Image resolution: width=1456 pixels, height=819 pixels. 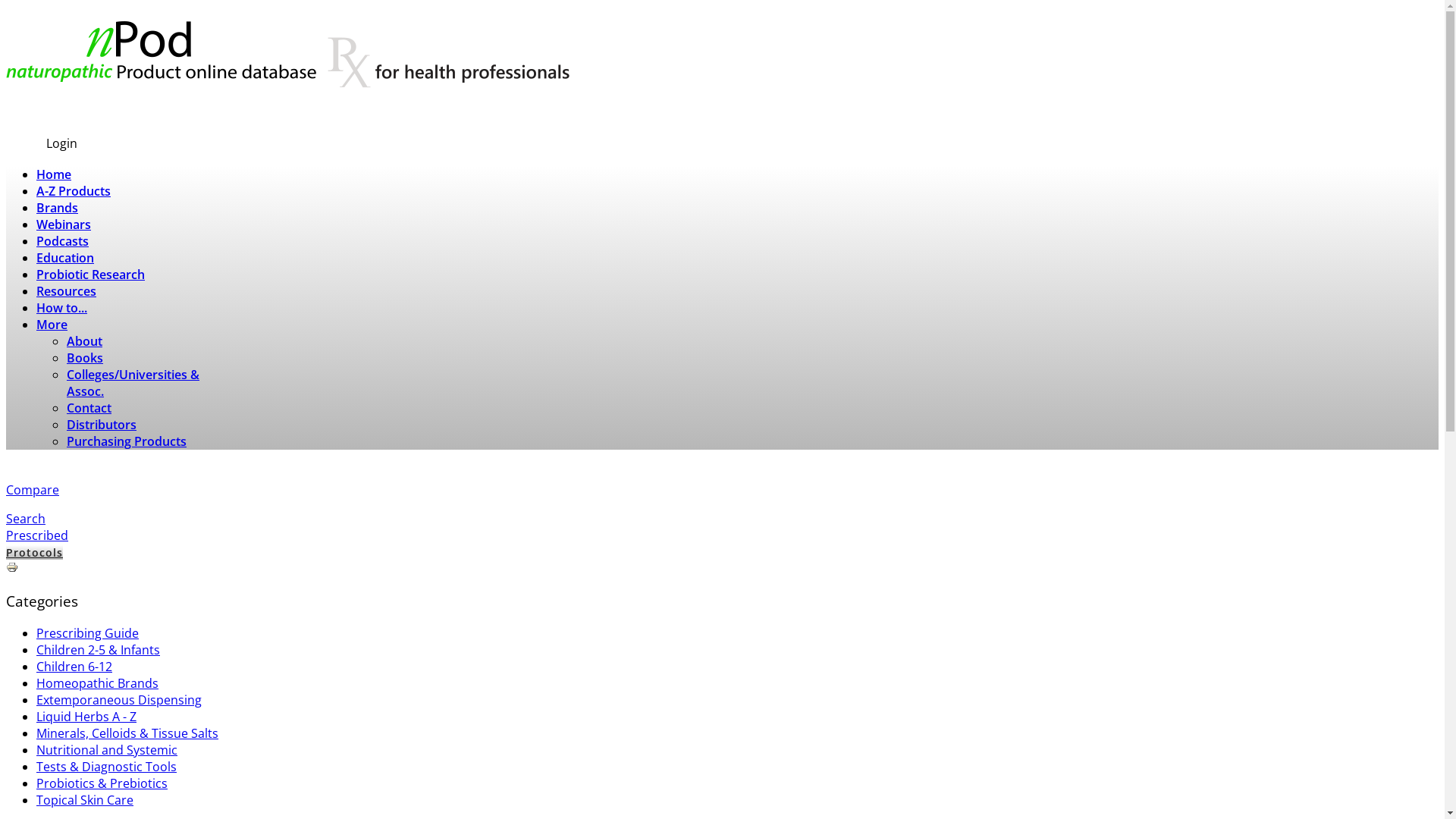 I want to click on 'Resources', so click(x=65, y=291).